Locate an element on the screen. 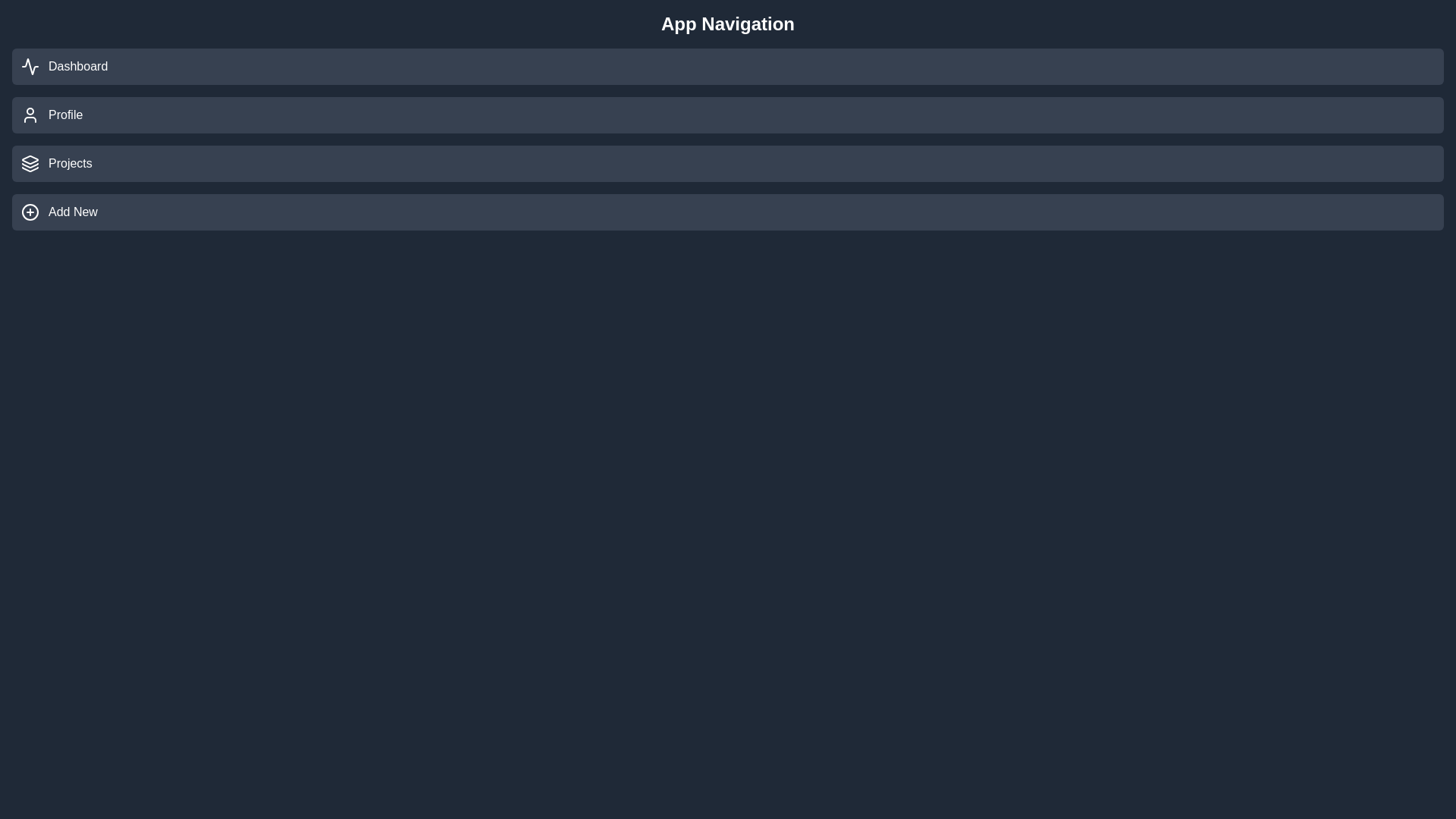 The width and height of the screenshot is (1456, 819). the Dashboard icon, which is an SVG graphic representing the dashboard feature within the topmost navigation item is located at coordinates (30, 66).